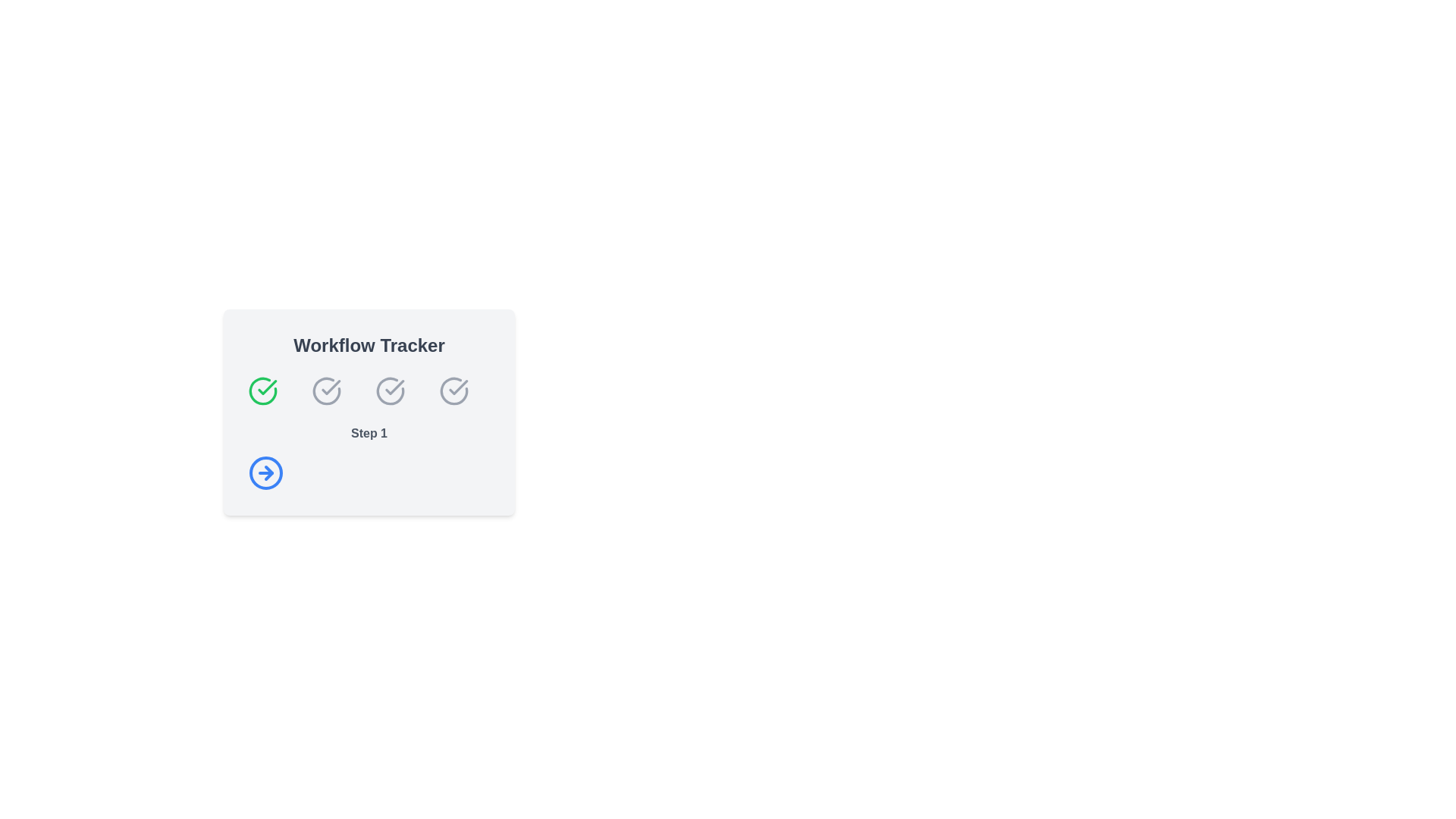 This screenshot has height=819, width=1456. I want to click on the circular gray icon with a checkmark inside, located in the 'Workflow Tracker' box, so click(326, 391).